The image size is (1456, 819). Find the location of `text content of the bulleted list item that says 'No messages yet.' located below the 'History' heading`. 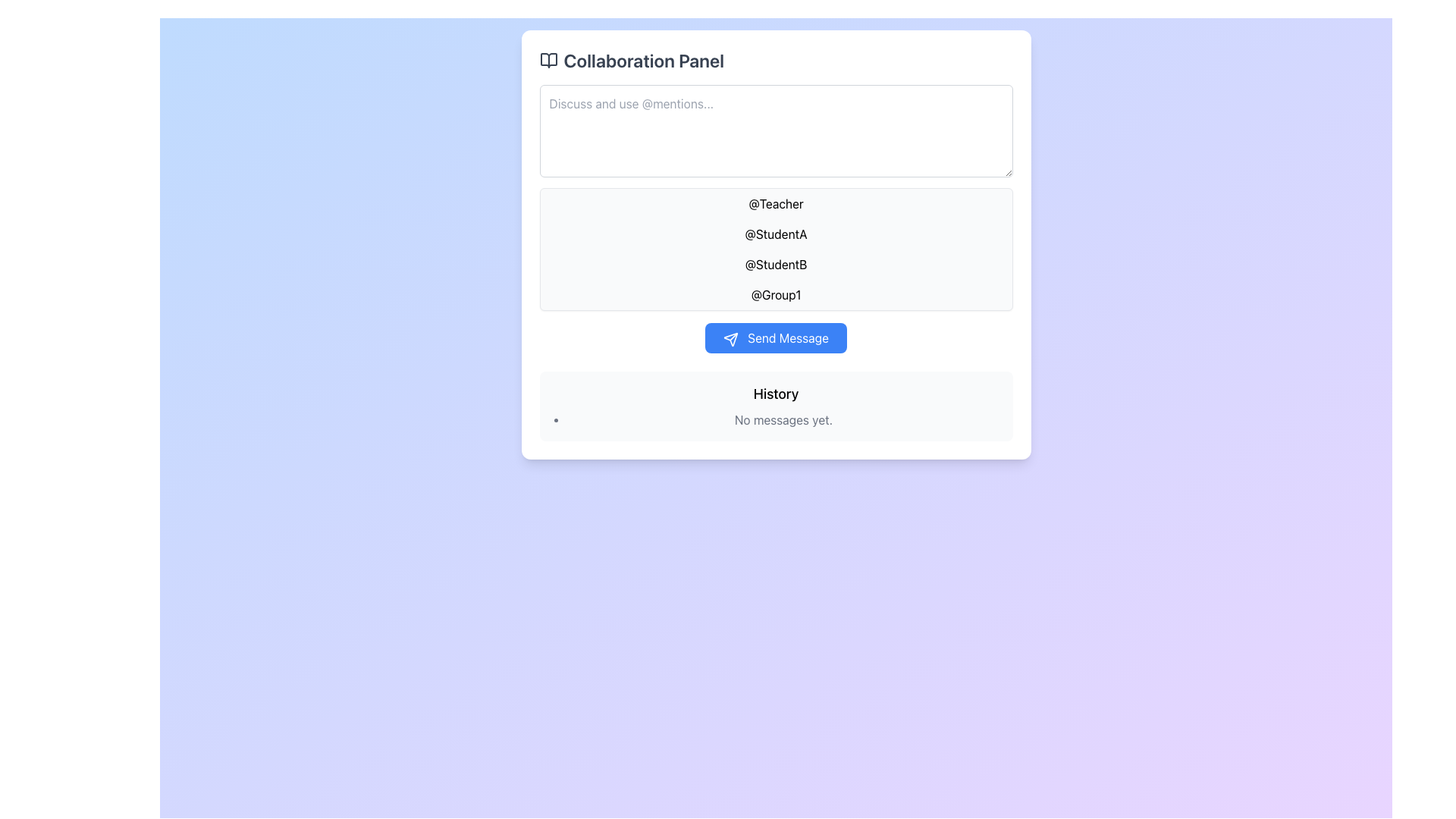

text content of the bulleted list item that says 'No messages yet.' located below the 'History' heading is located at coordinates (776, 420).